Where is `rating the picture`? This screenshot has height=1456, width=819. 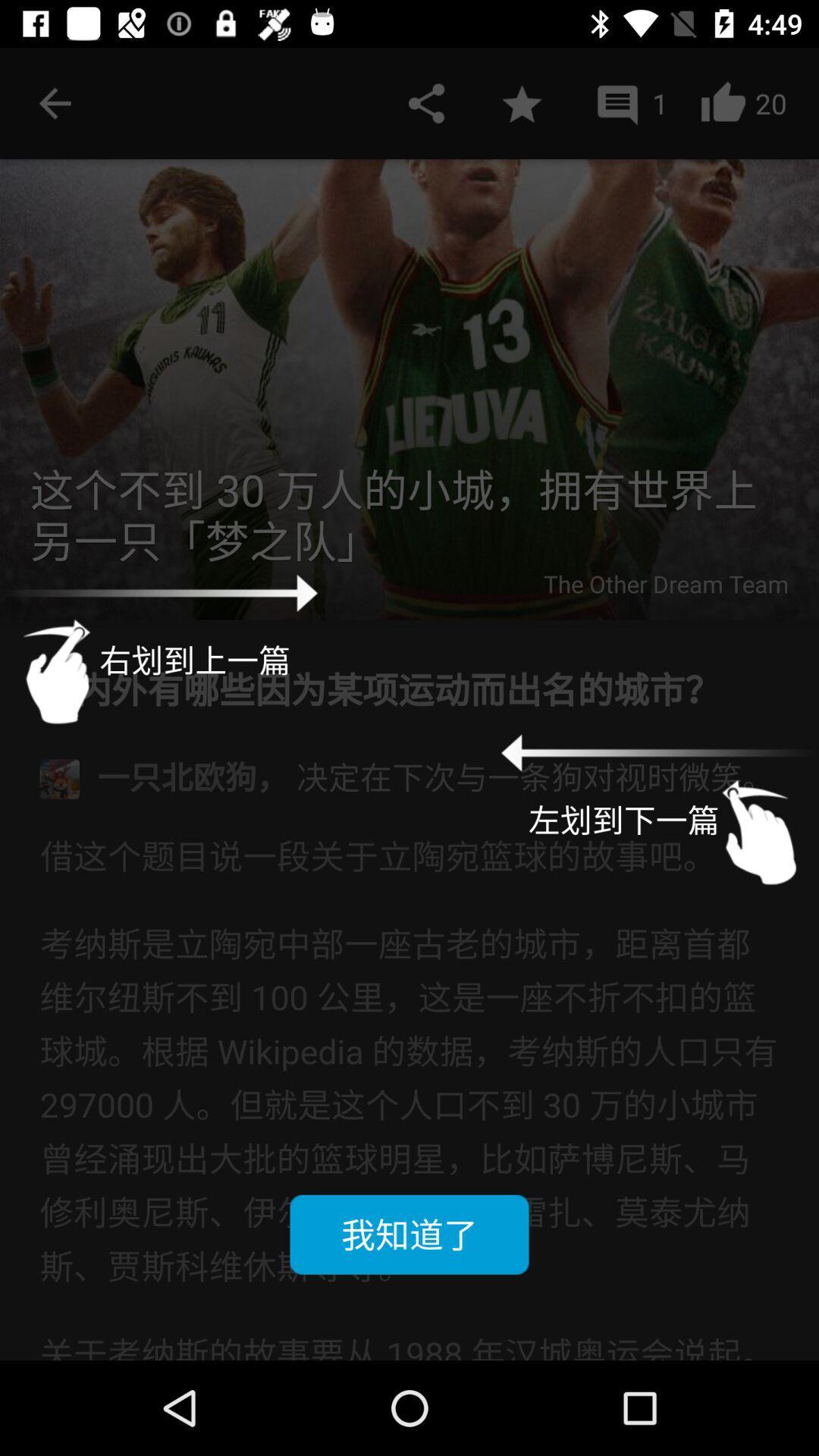
rating the picture is located at coordinates (521, 102).